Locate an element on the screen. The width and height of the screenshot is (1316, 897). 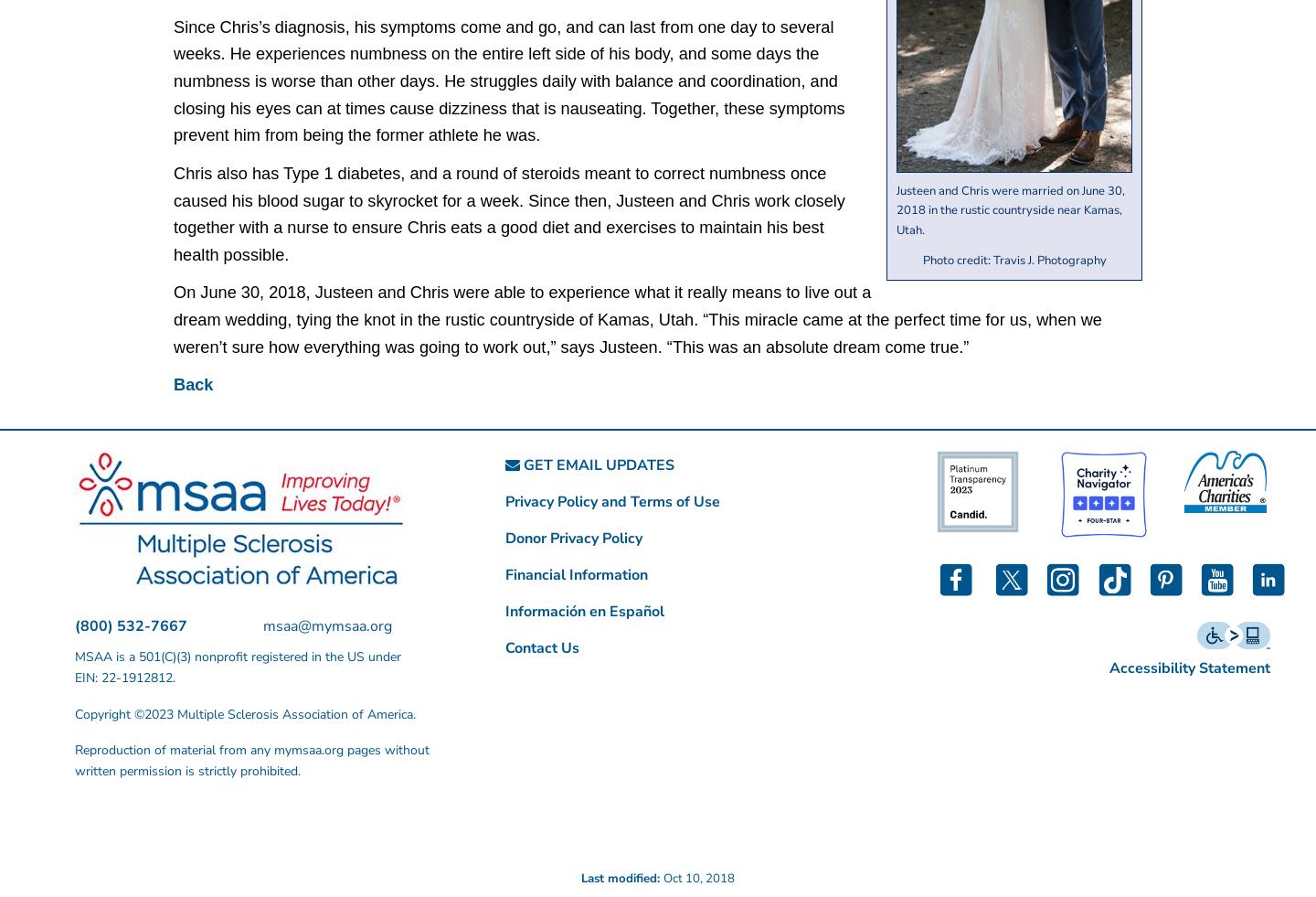
'Privacy Policy and Terms of Use' is located at coordinates (612, 501).